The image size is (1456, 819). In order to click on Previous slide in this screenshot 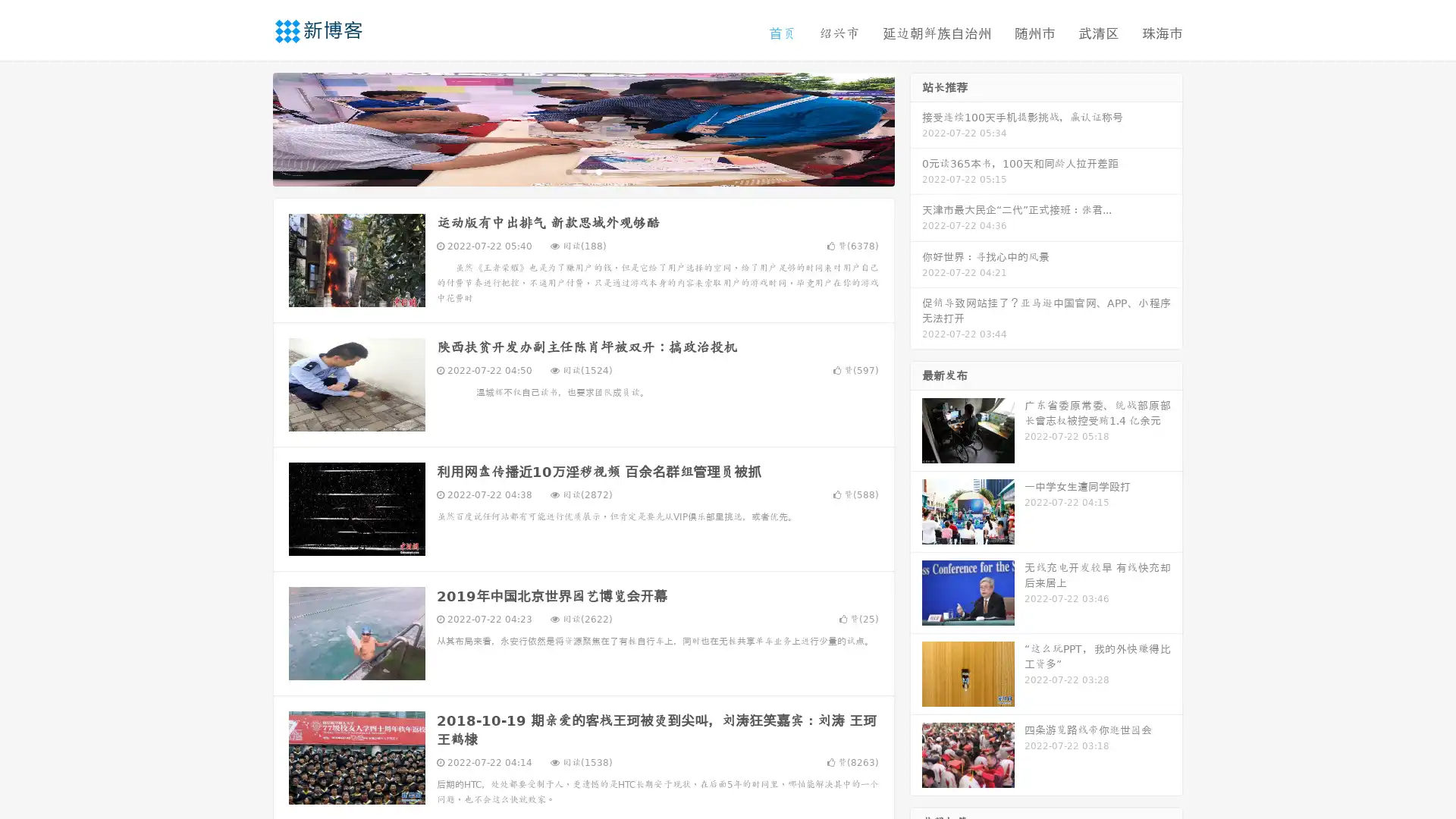, I will do `click(250, 127)`.